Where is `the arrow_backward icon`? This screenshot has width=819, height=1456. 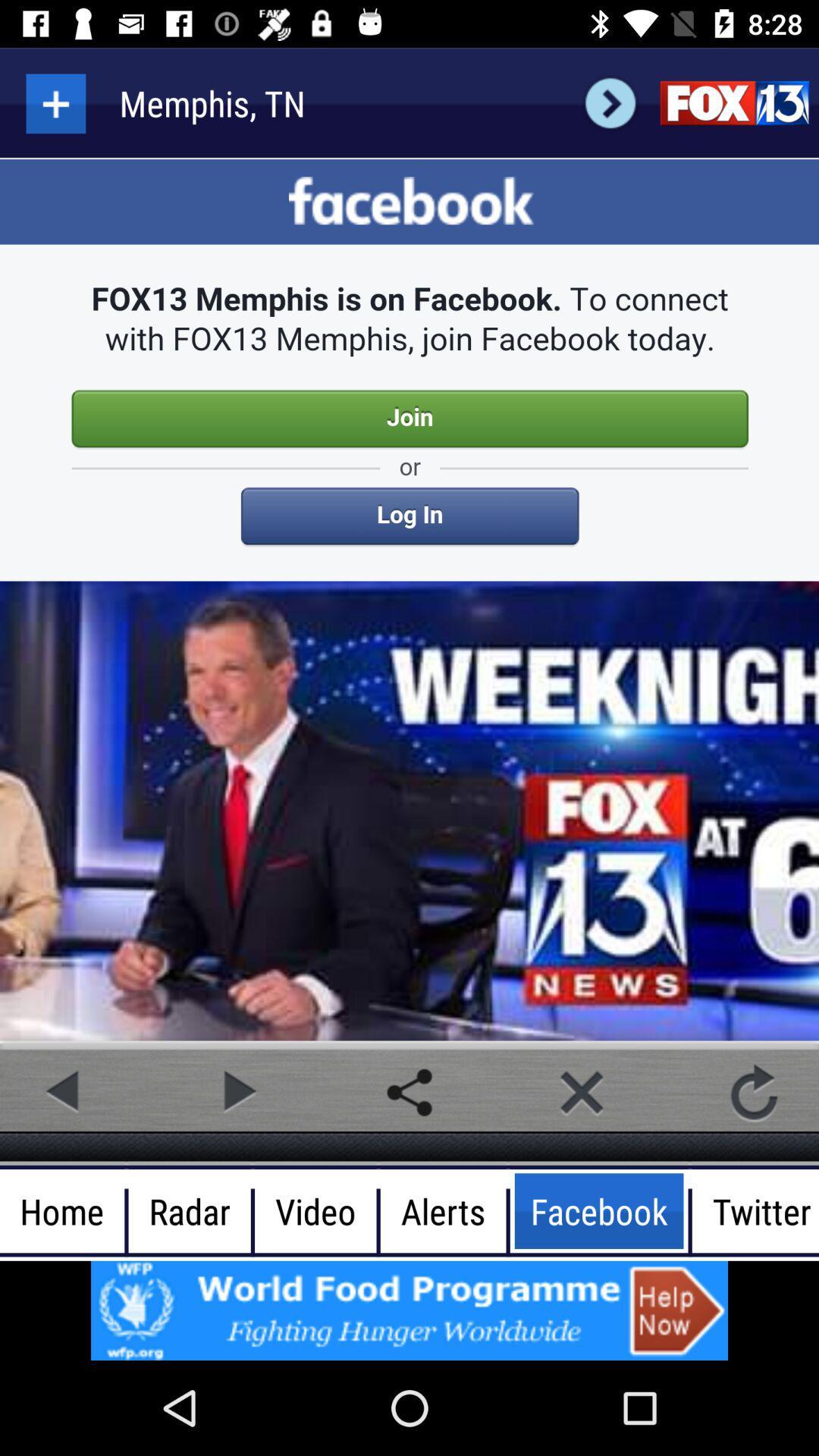 the arrow_backward icon is located at coordinates (64, 1092).